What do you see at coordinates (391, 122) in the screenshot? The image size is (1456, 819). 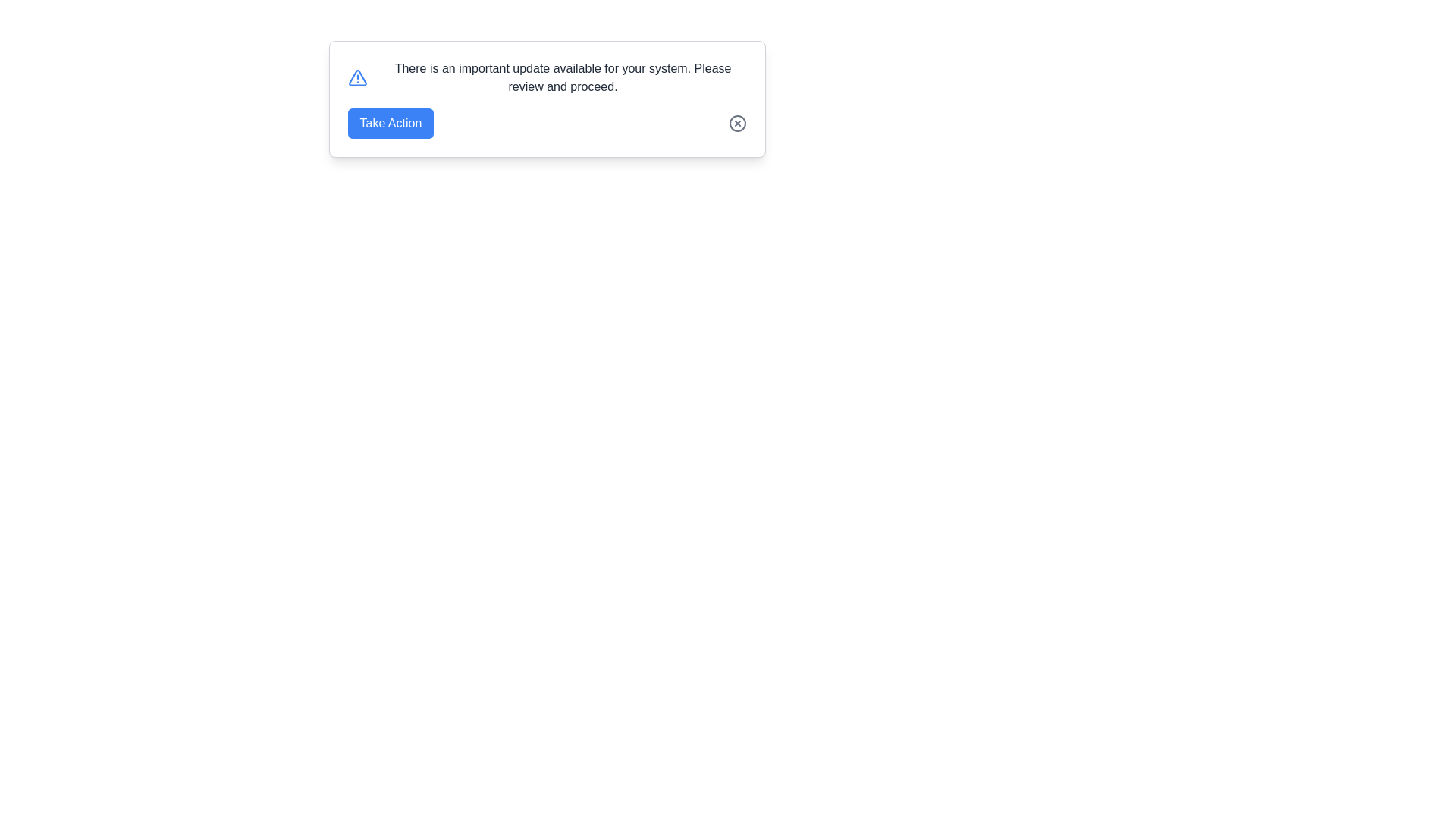 I see `'Take Action' button to trigger the respective functionality` at bounding box center [391, 122].